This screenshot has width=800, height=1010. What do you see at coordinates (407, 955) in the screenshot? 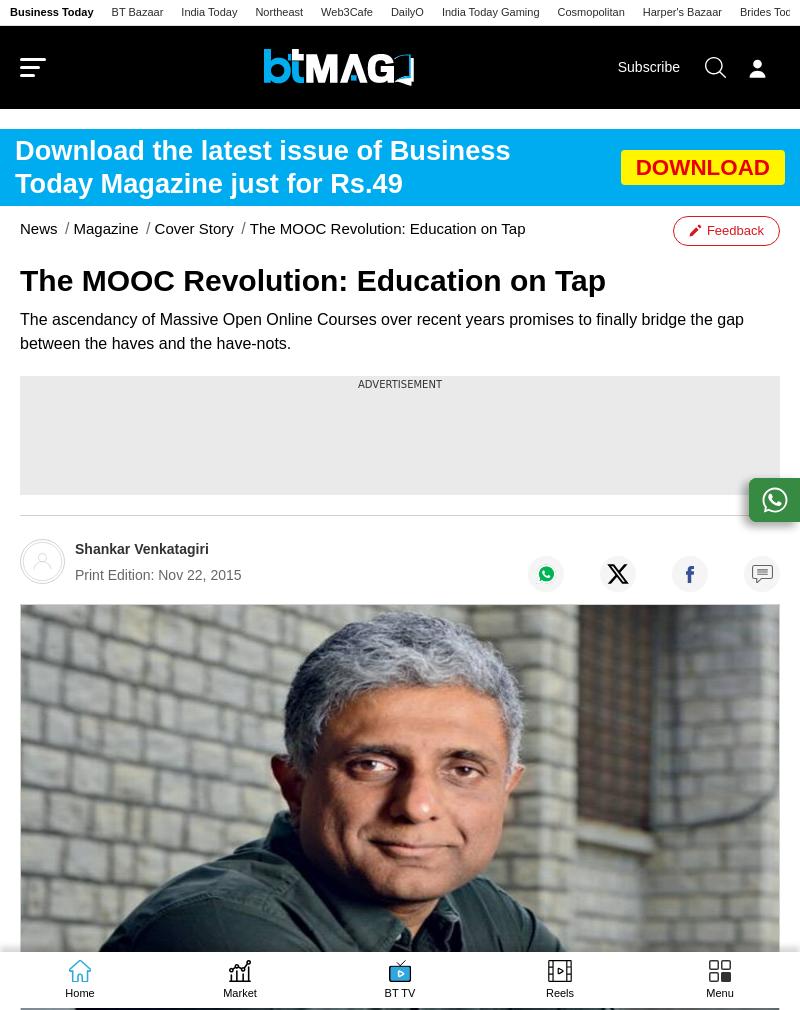
I see `'Almost 700 out of 770 OpenAI employees threaten to quit and join Microsoft, Sam Altman can still make a comeback'` at bounding box center [407, 955].